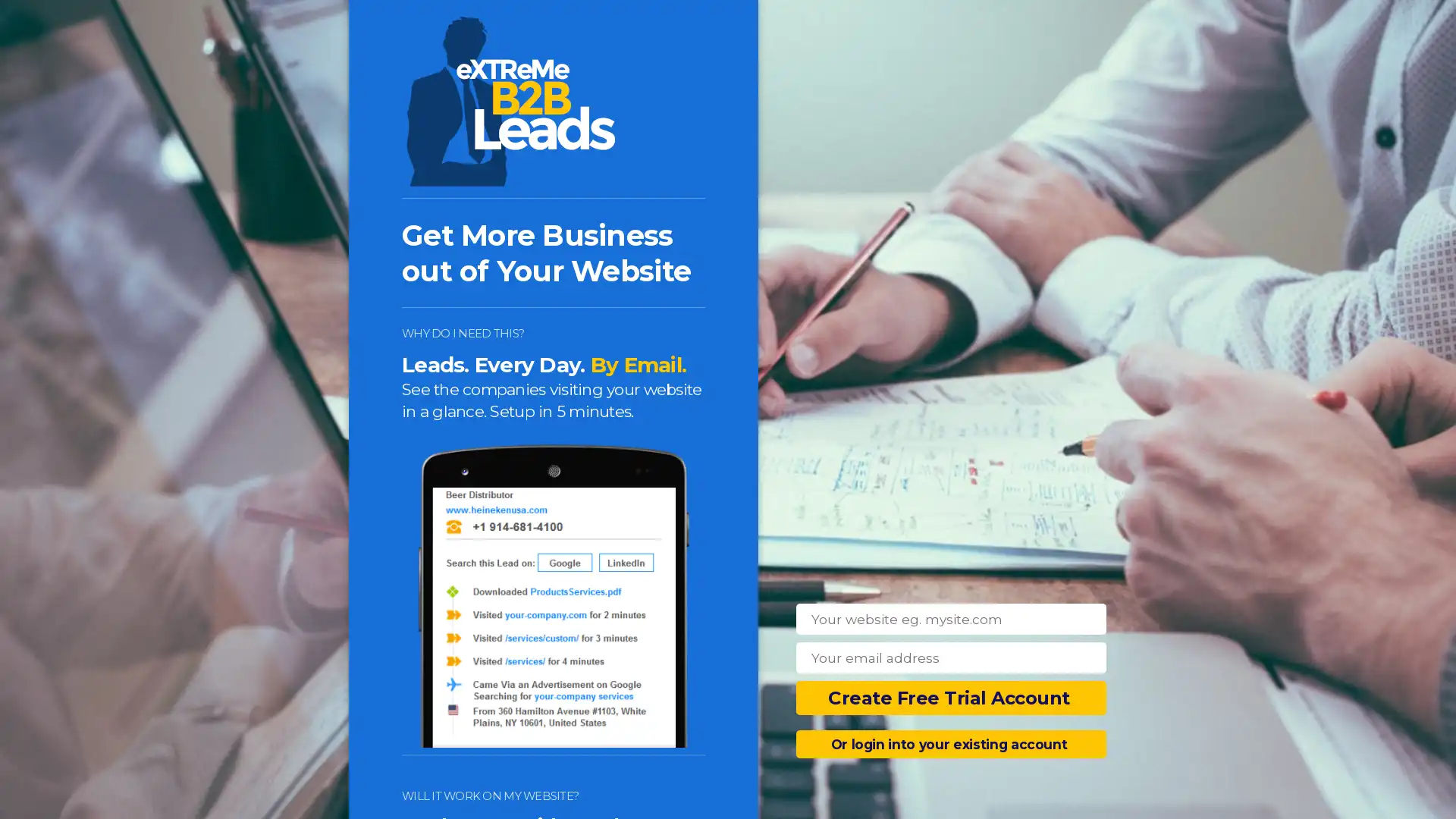 Image resolution: width=1456 pixels, height=819 pixels. What do you see at coordinates (950, 698) in the screenshot?
I see `Create Free Trial Account` at bounding box center [950, 698].